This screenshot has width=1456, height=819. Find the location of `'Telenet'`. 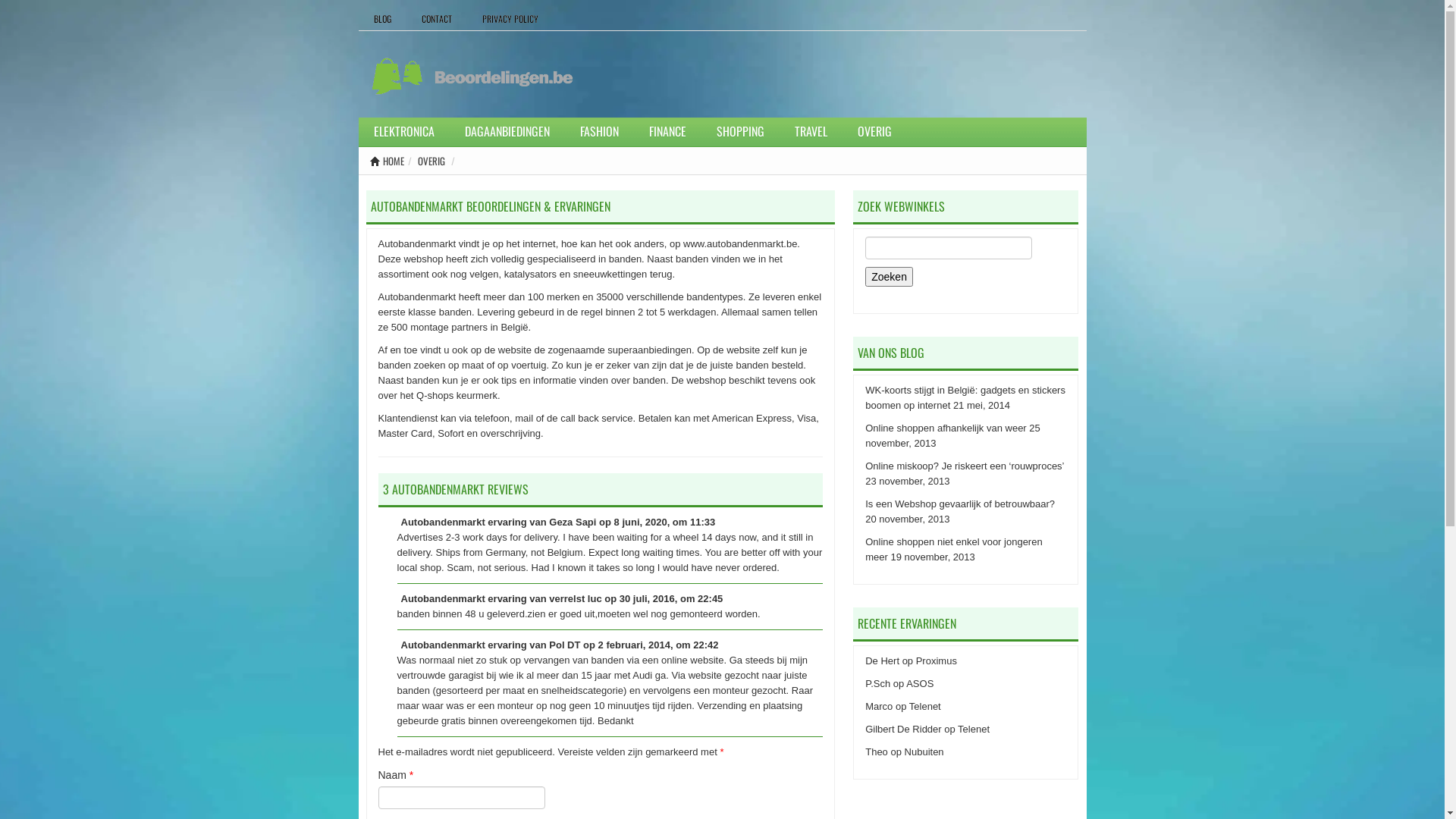

'Telenet' is located at coordinates (924, 706).